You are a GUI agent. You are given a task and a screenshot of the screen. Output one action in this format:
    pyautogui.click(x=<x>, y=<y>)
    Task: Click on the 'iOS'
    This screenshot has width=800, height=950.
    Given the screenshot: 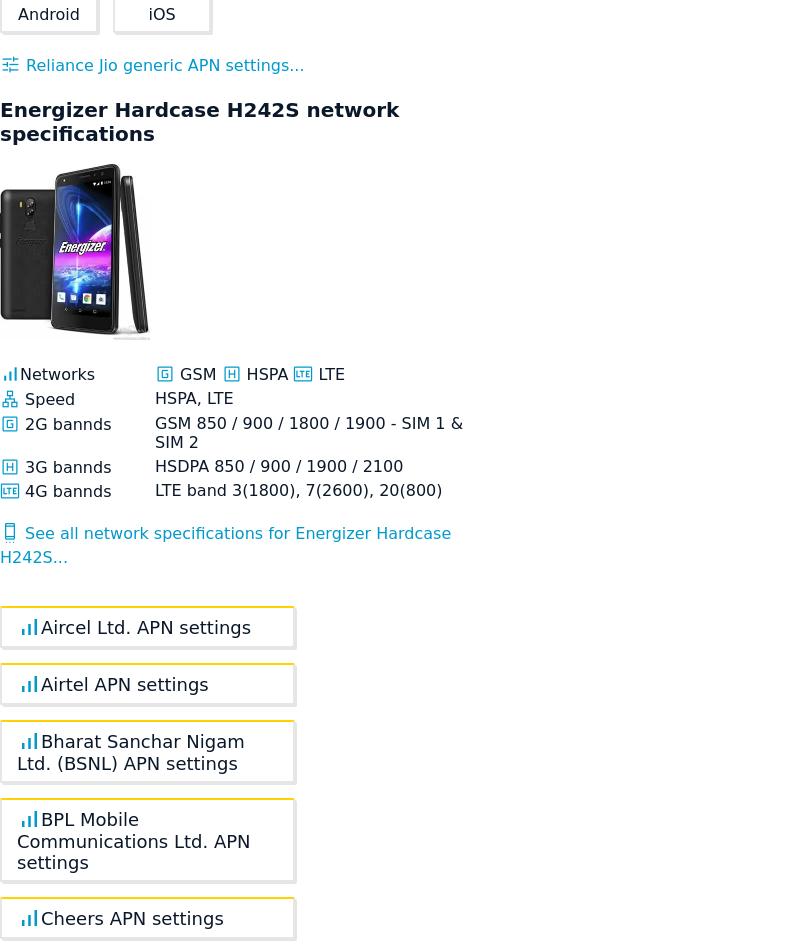 What is the action you would take?
    pyautogui.click(x=148, y=14)
    